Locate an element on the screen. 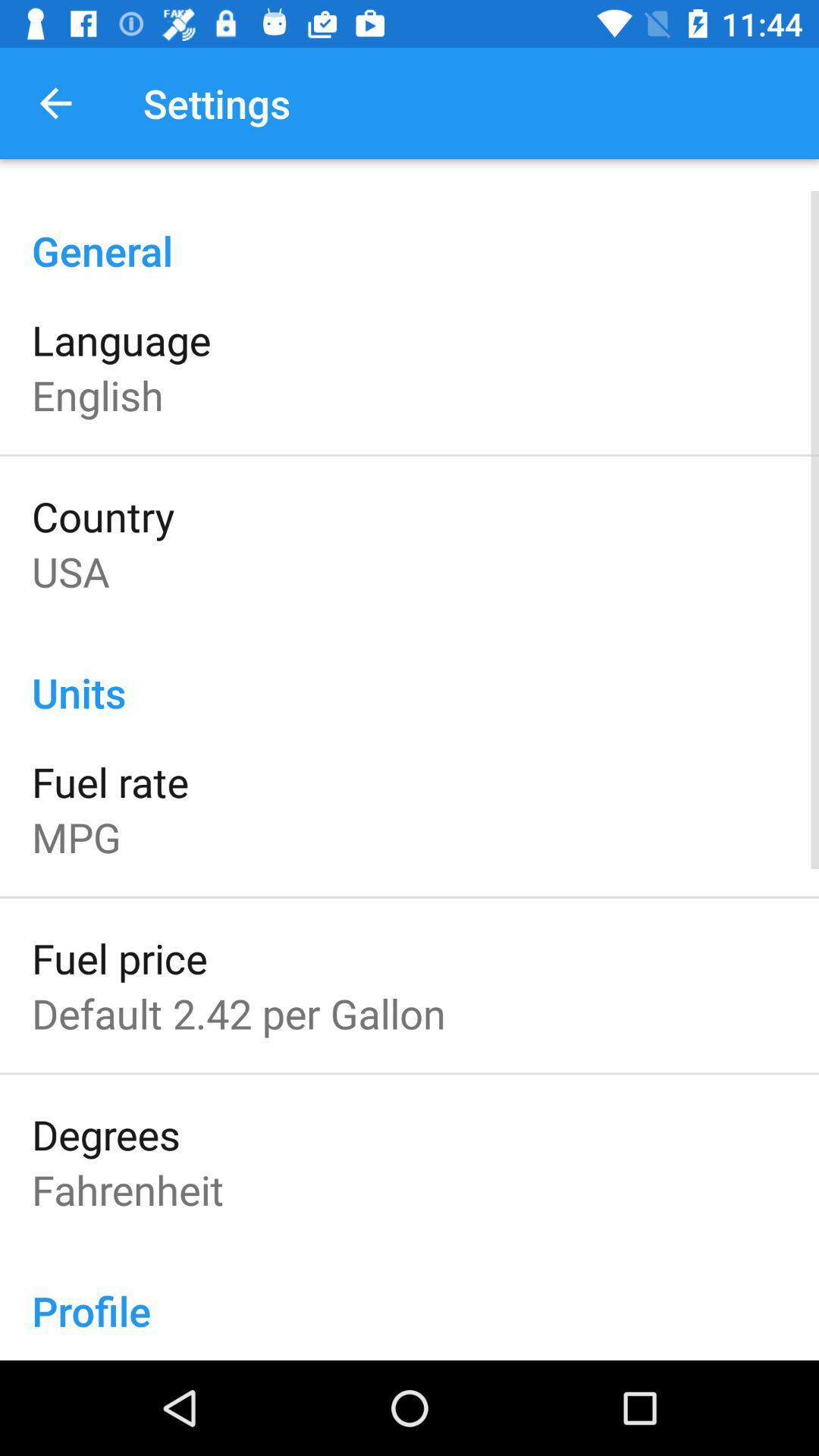 The height and width of the screenshot is (1456, 819). the language icon is located at coordinates (121, 339).